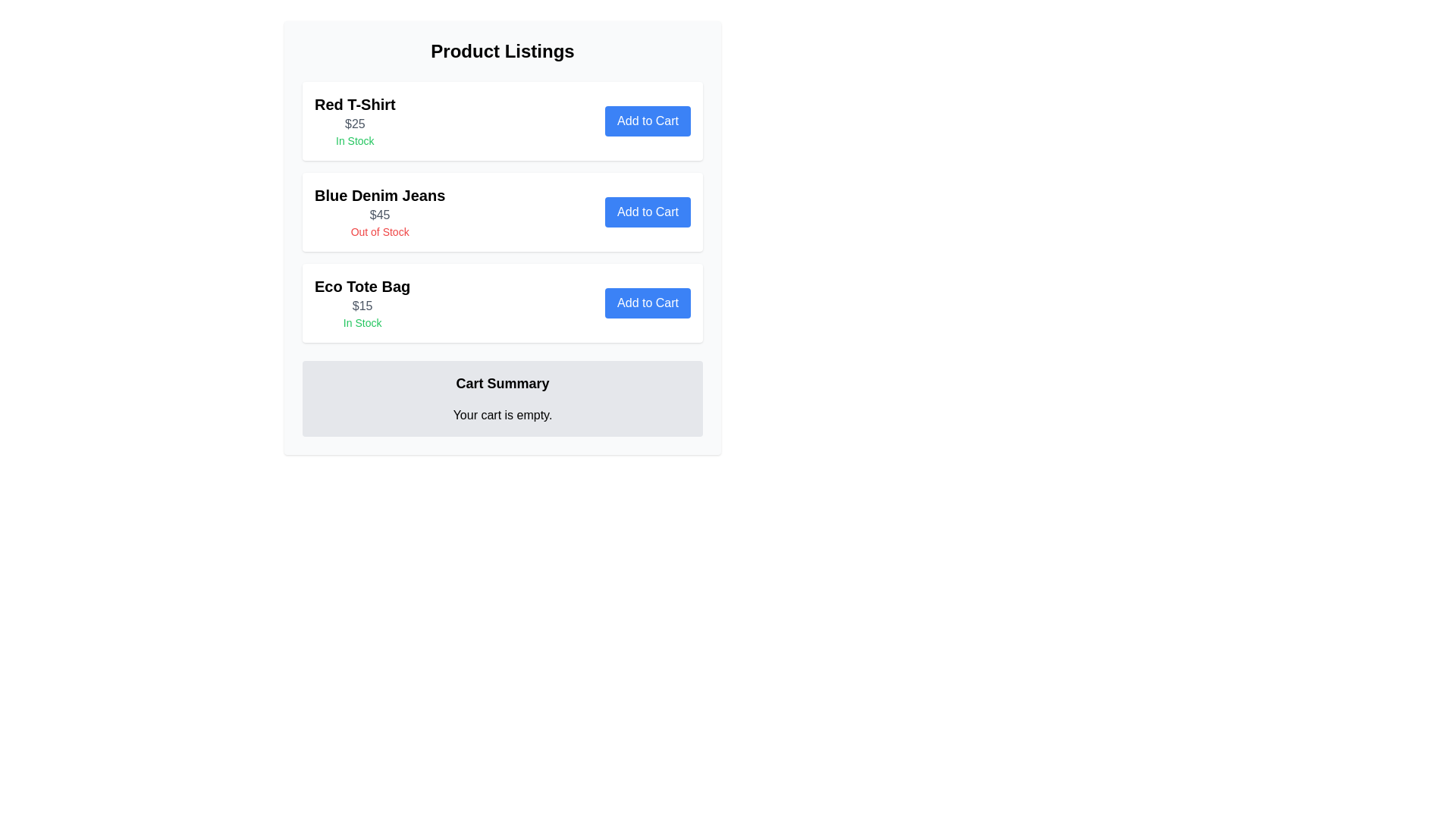 The height and width of the screenshot is (819, 1456). Describe the element at coordinates (354, 104) in the screenshot. I see `the Text label that serves as the key identifier for the product, located at the top of the product card list on the left side of the interface` at that location.